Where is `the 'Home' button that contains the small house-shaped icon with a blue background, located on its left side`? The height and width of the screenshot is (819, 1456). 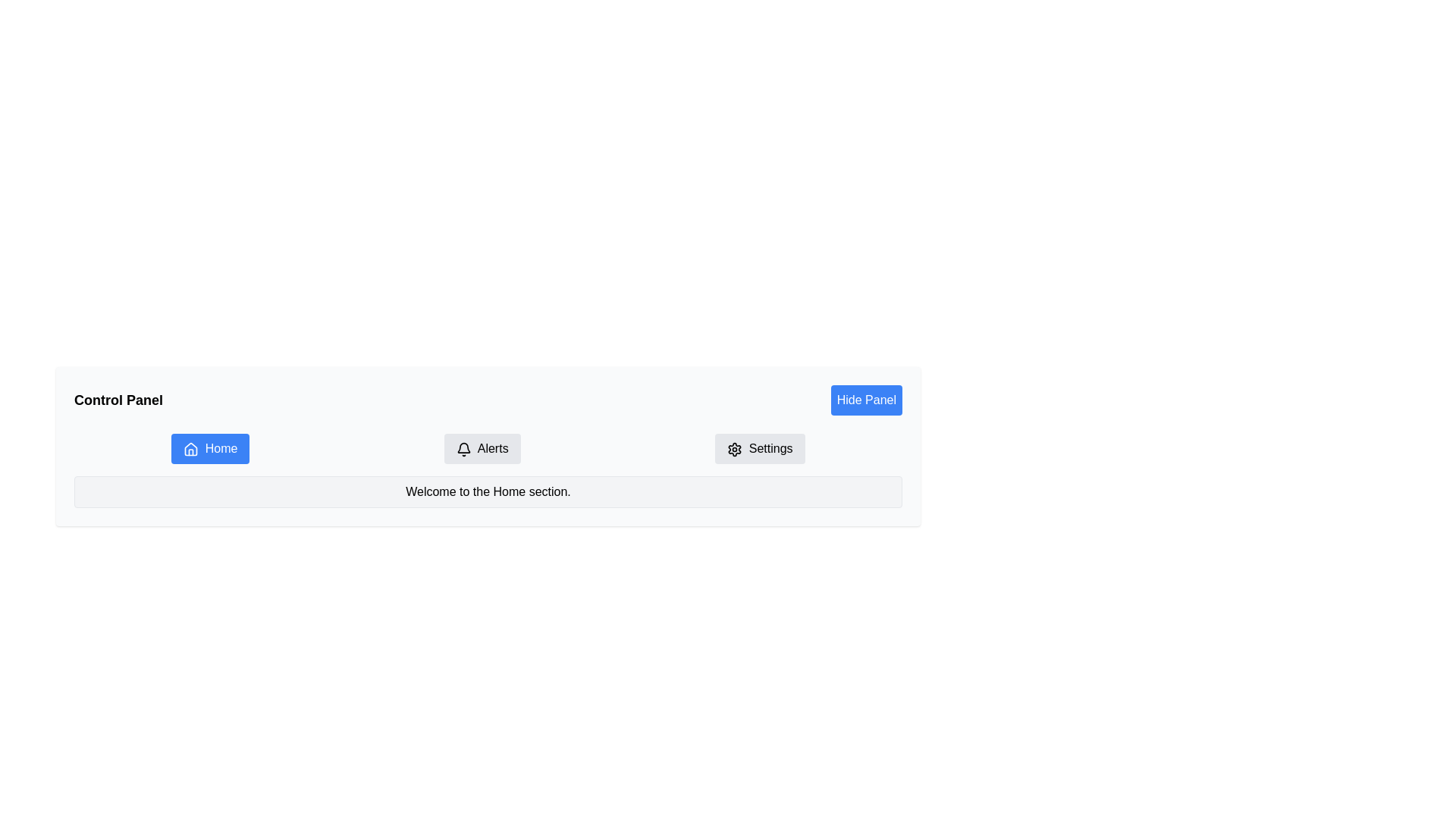
the 'Home' button that contains the small house-shaped icon with a blue background, located on its left side is located at coordinates (190, 448).